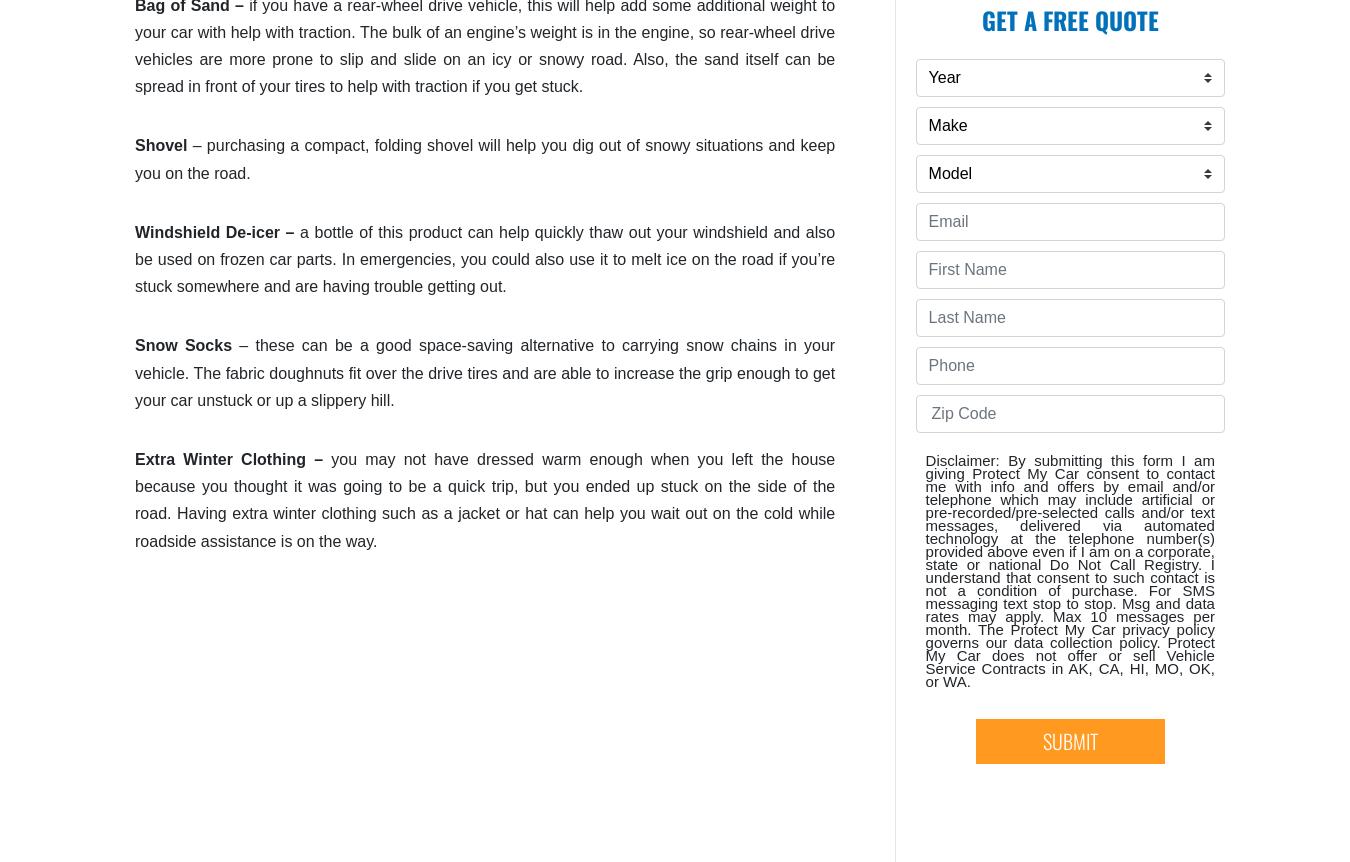 The width and height of the screenshot is (1350, 862). What do you see at coordinates (980, 19) in the screenshot?
I see `'Get A Free Quote'` at bounding box center [980, 19].